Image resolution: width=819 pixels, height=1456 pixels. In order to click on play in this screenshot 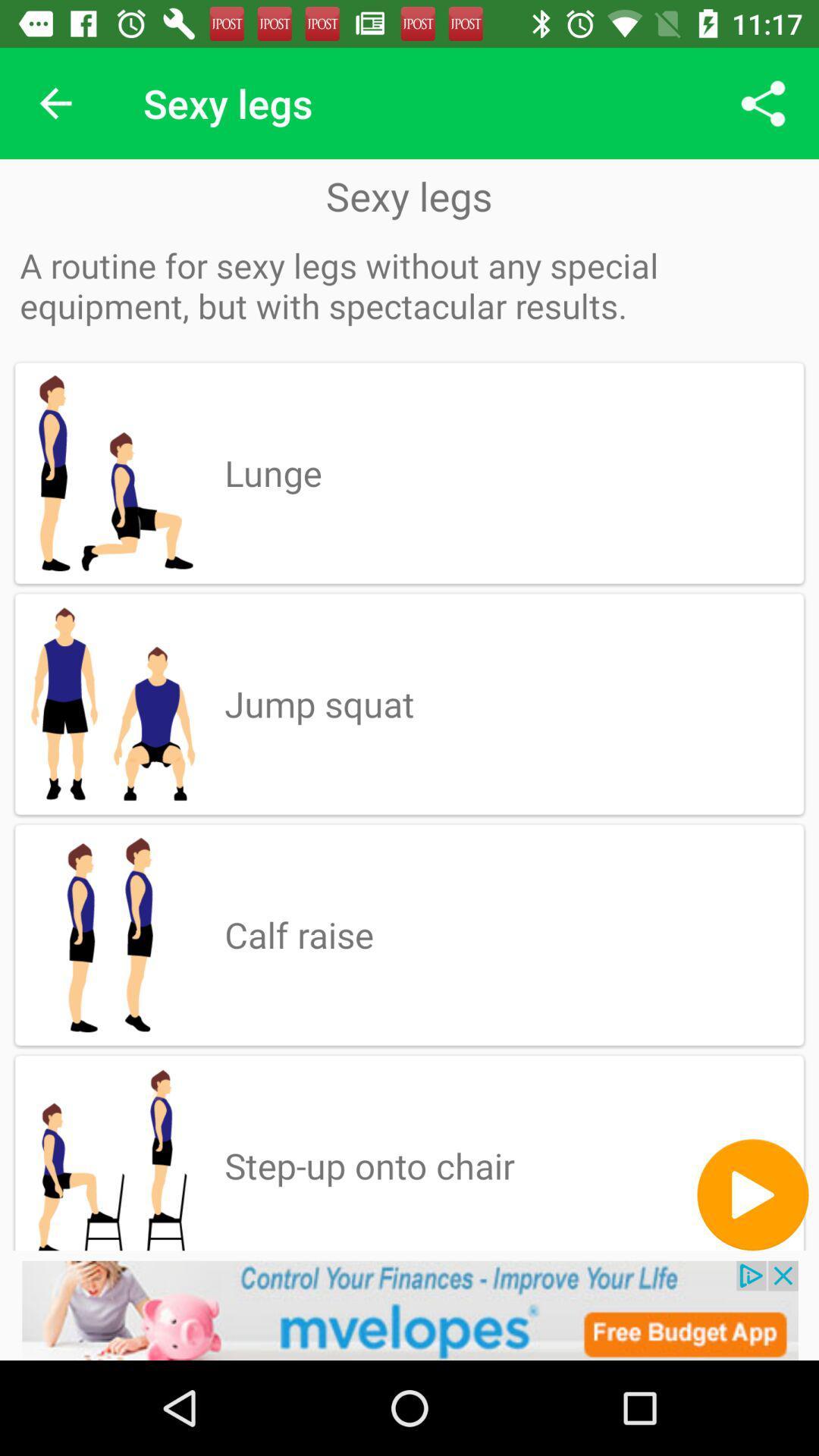, I will do `click(752, 1194)`.